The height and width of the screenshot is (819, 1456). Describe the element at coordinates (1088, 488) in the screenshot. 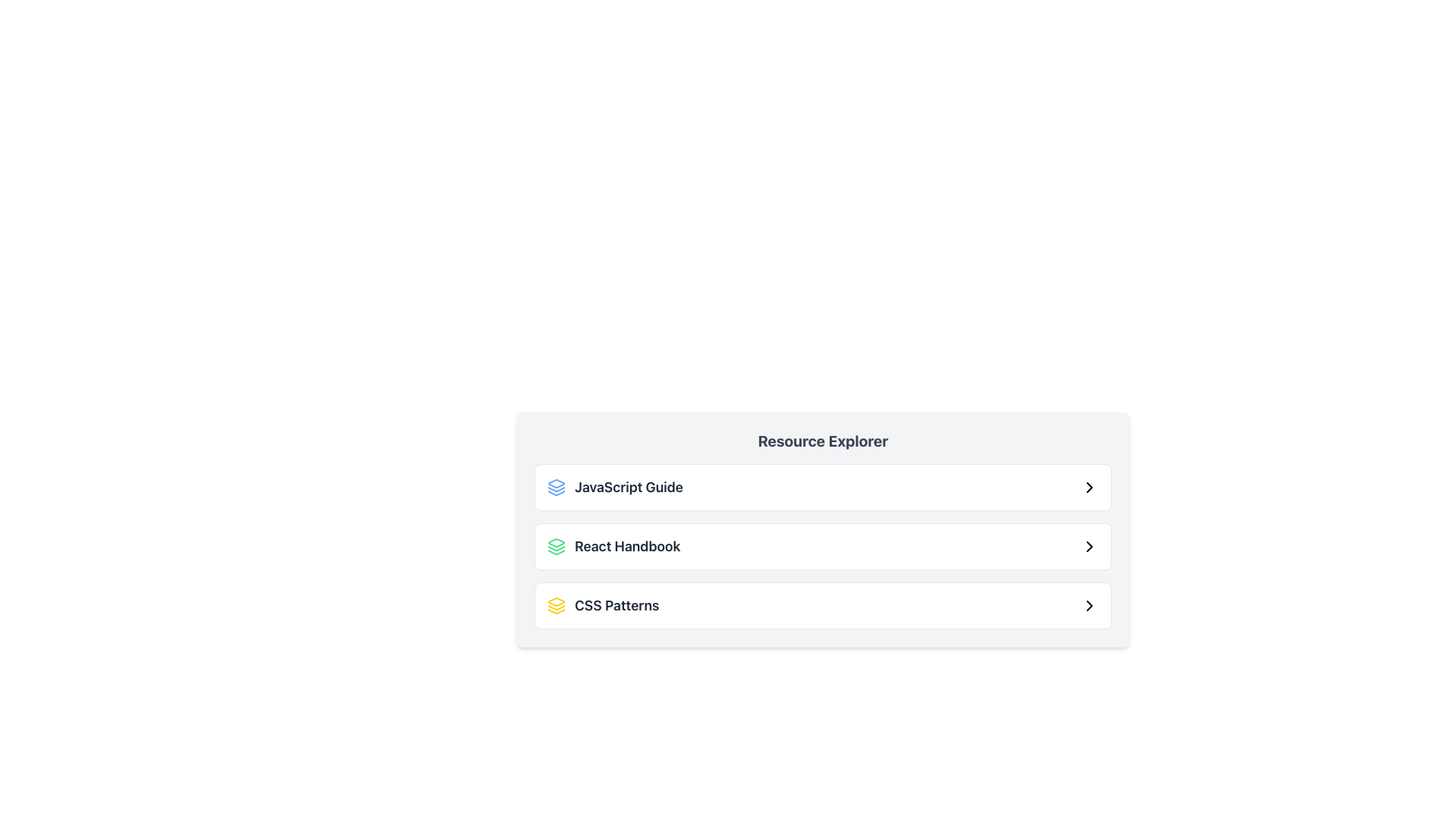

I see `the Chevron icon located at the extreme right end of the 'JavaScript Guide' list item in the 'Resource Explorer' interface` at that location.